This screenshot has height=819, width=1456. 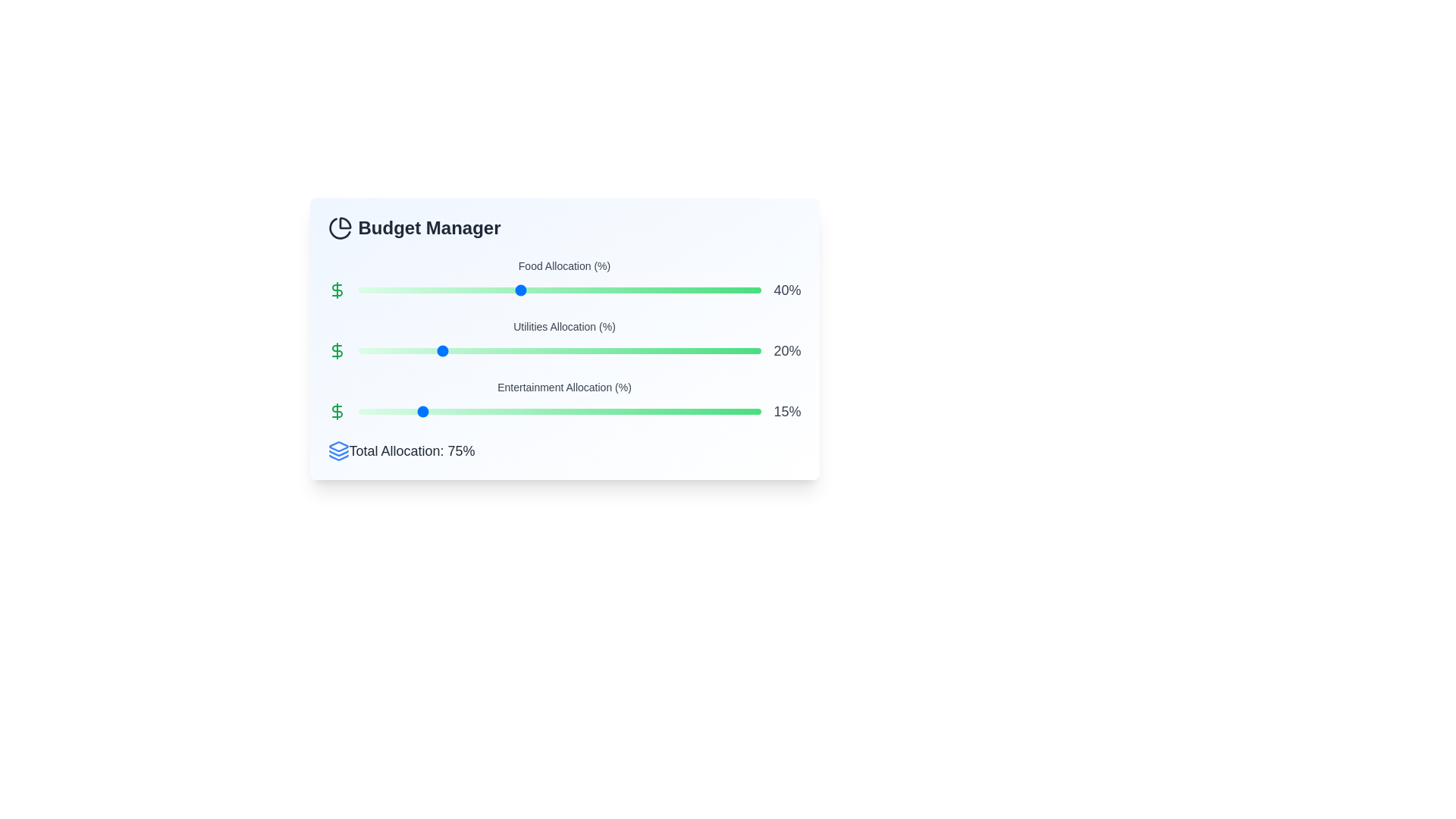 I want to click on the Food Allocation slider to 53%, so click(x=571, y=290).